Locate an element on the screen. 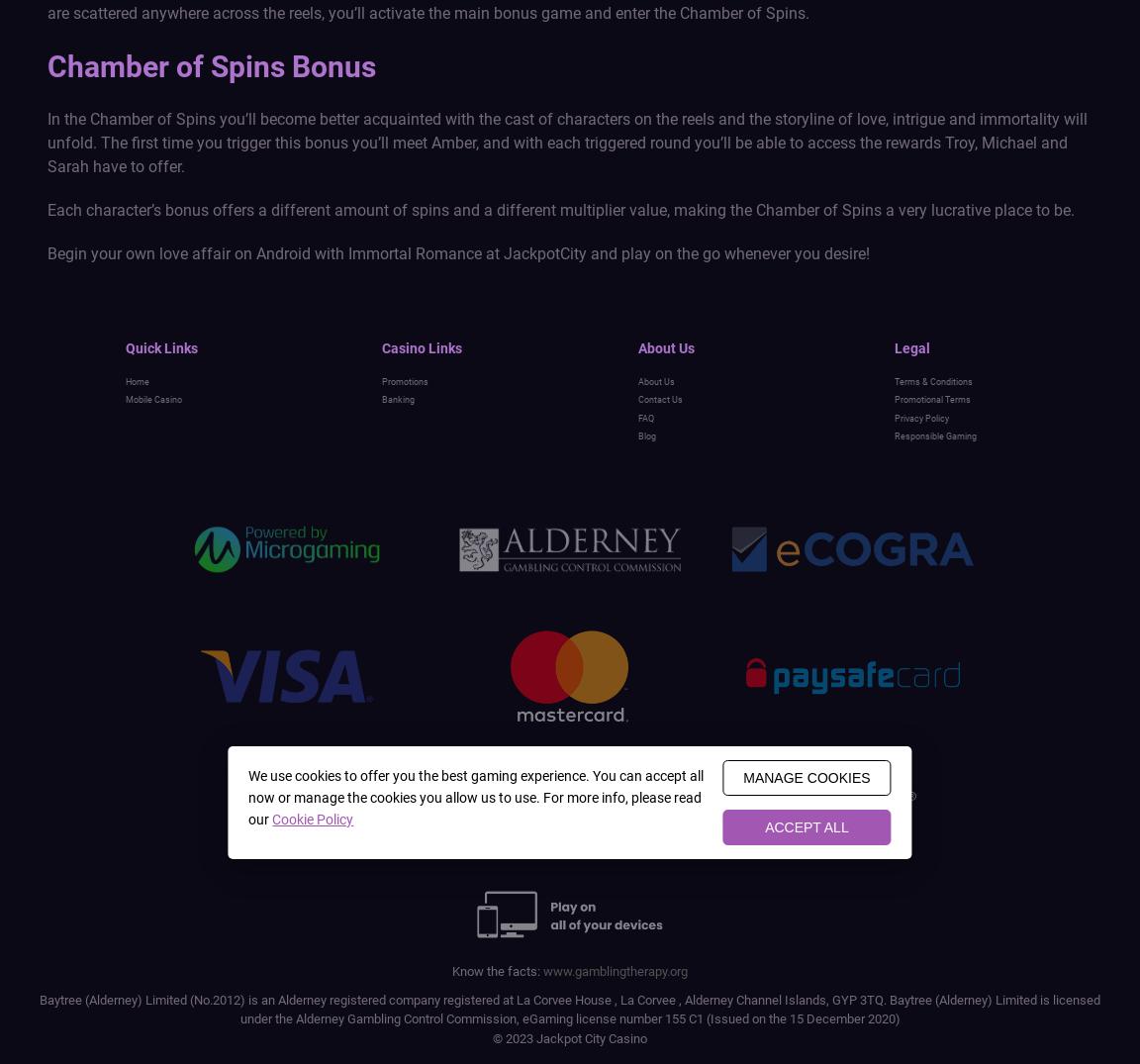  '© 2023 Jackpot City Casino' is located at coordinates (570, 1037).